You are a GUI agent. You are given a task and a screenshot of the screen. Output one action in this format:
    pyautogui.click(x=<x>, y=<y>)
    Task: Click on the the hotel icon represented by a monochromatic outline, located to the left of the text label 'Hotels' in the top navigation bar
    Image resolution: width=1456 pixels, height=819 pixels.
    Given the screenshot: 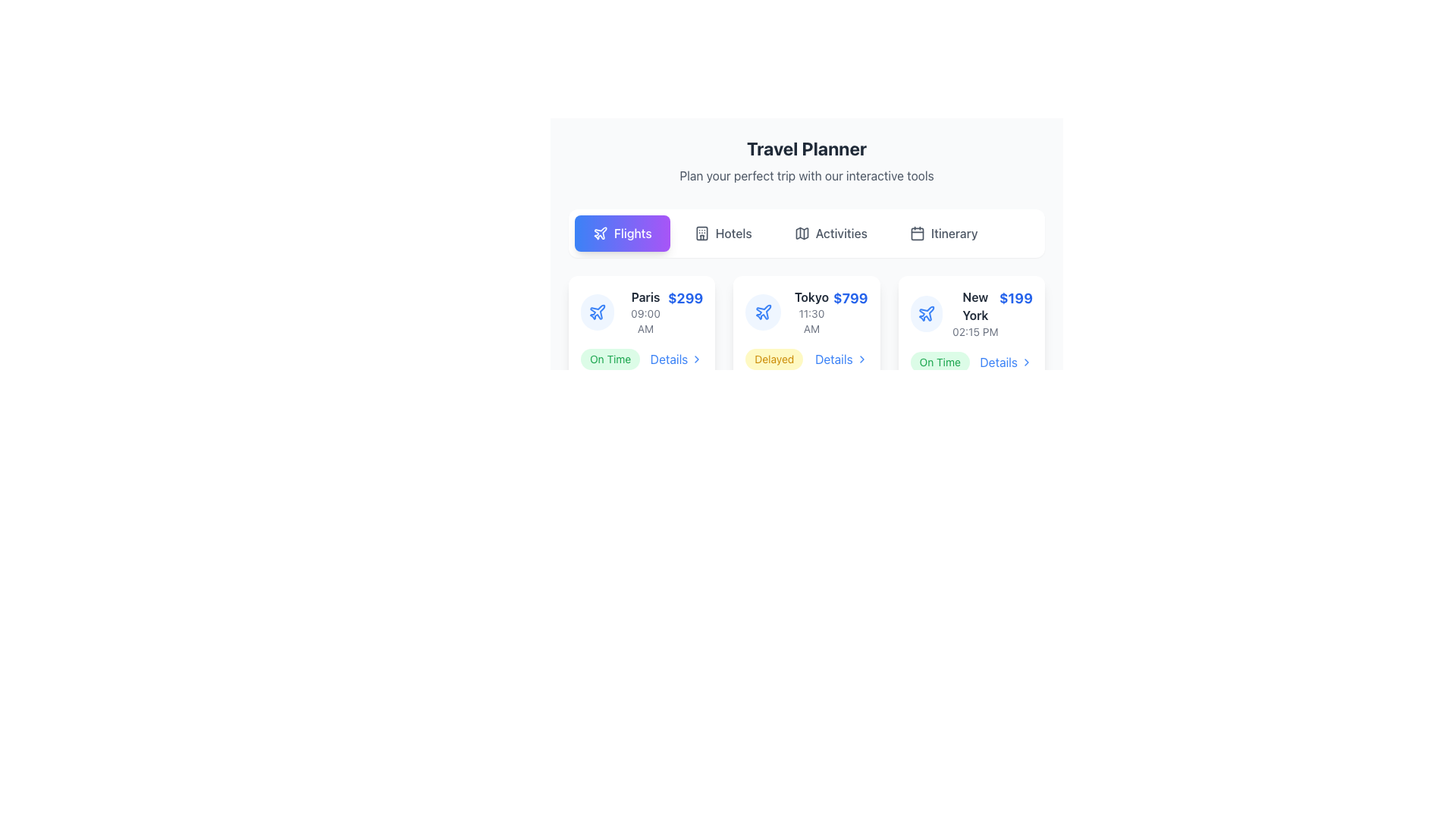 What is the action you would take?
    pyautogui.click(x=701, y=234)
    